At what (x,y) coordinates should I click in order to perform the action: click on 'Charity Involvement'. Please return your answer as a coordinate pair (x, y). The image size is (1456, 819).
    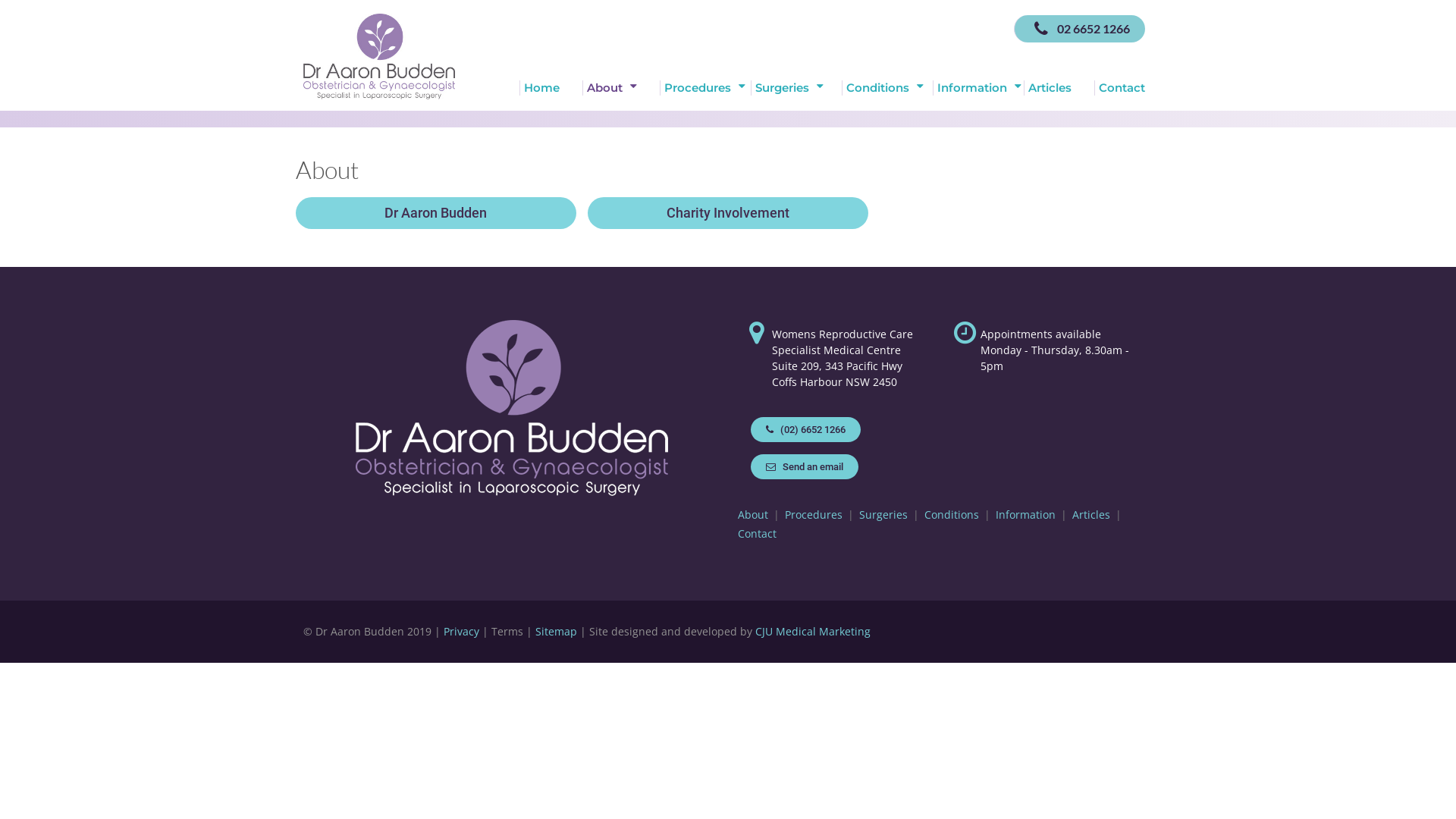
    Looking at the image, I should click on (728, 213).